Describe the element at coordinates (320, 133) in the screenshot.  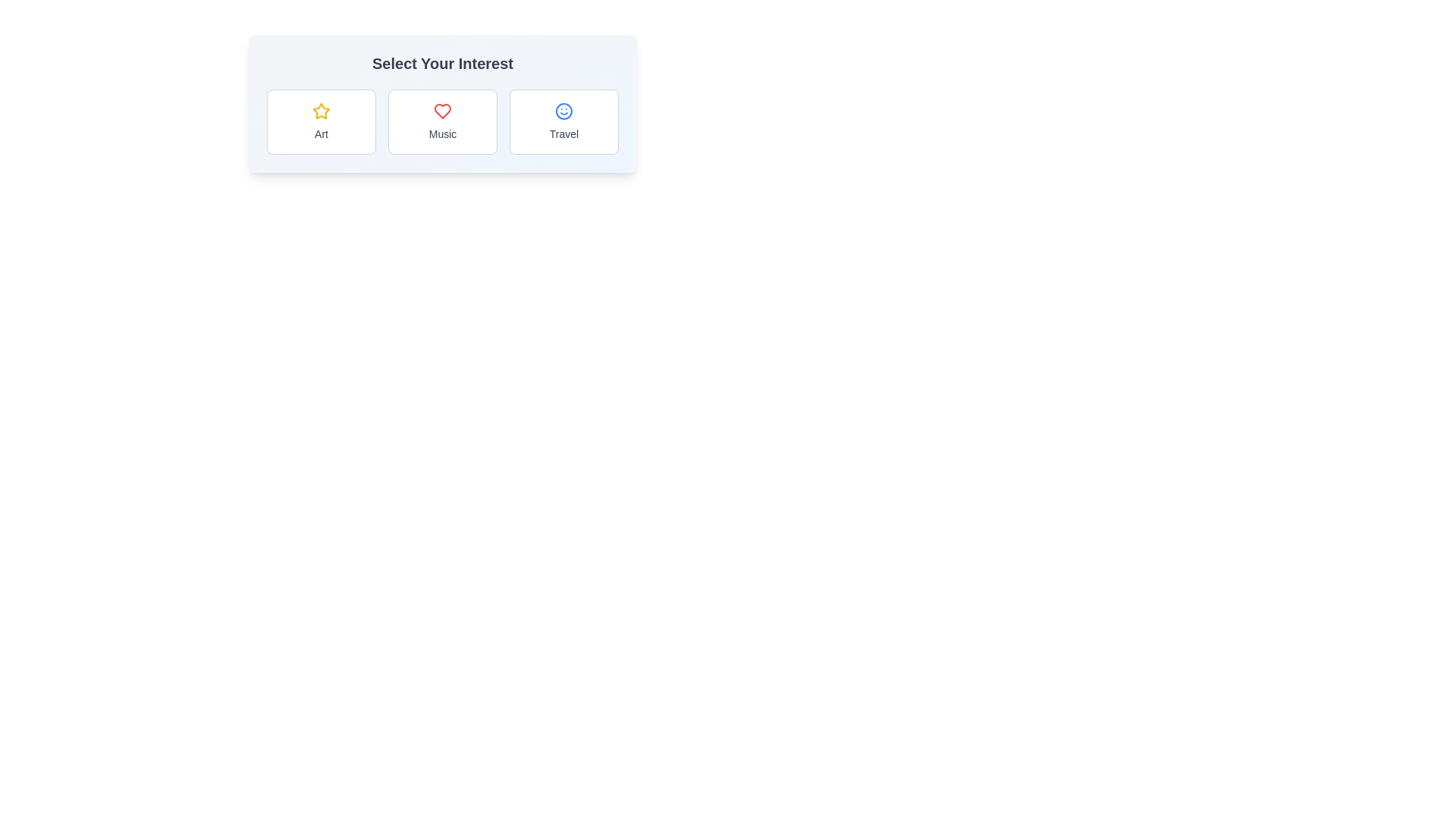
I see `the descriptive text label that provides context for the associated option in the bordered rectangular card with a star-shaped icon indicating the 'Art' category` at that location.